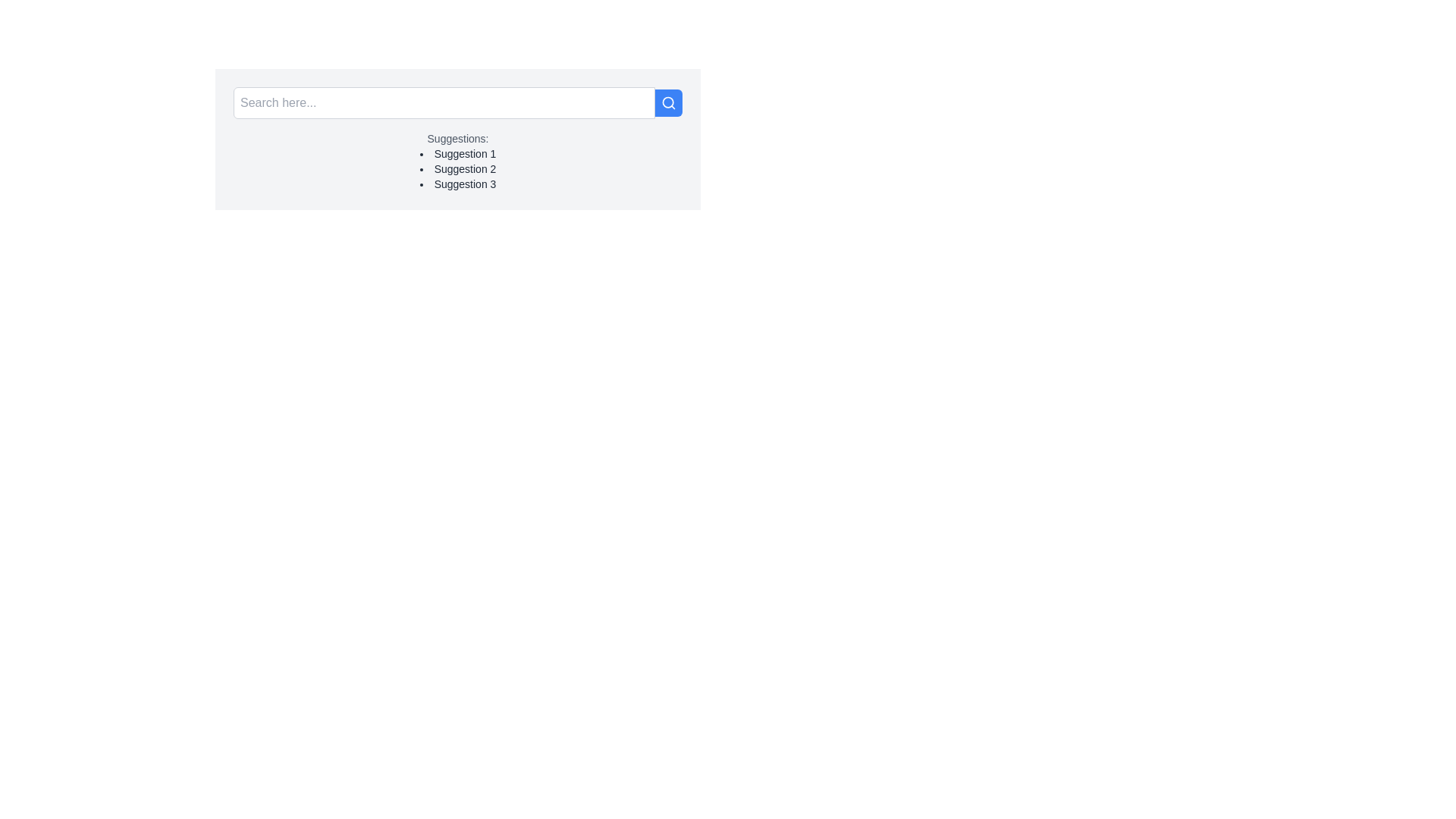  I want to click on the search icon located inside the blue circular button in the top-right corner of the search bar to initiate a search, so click(668, 102).